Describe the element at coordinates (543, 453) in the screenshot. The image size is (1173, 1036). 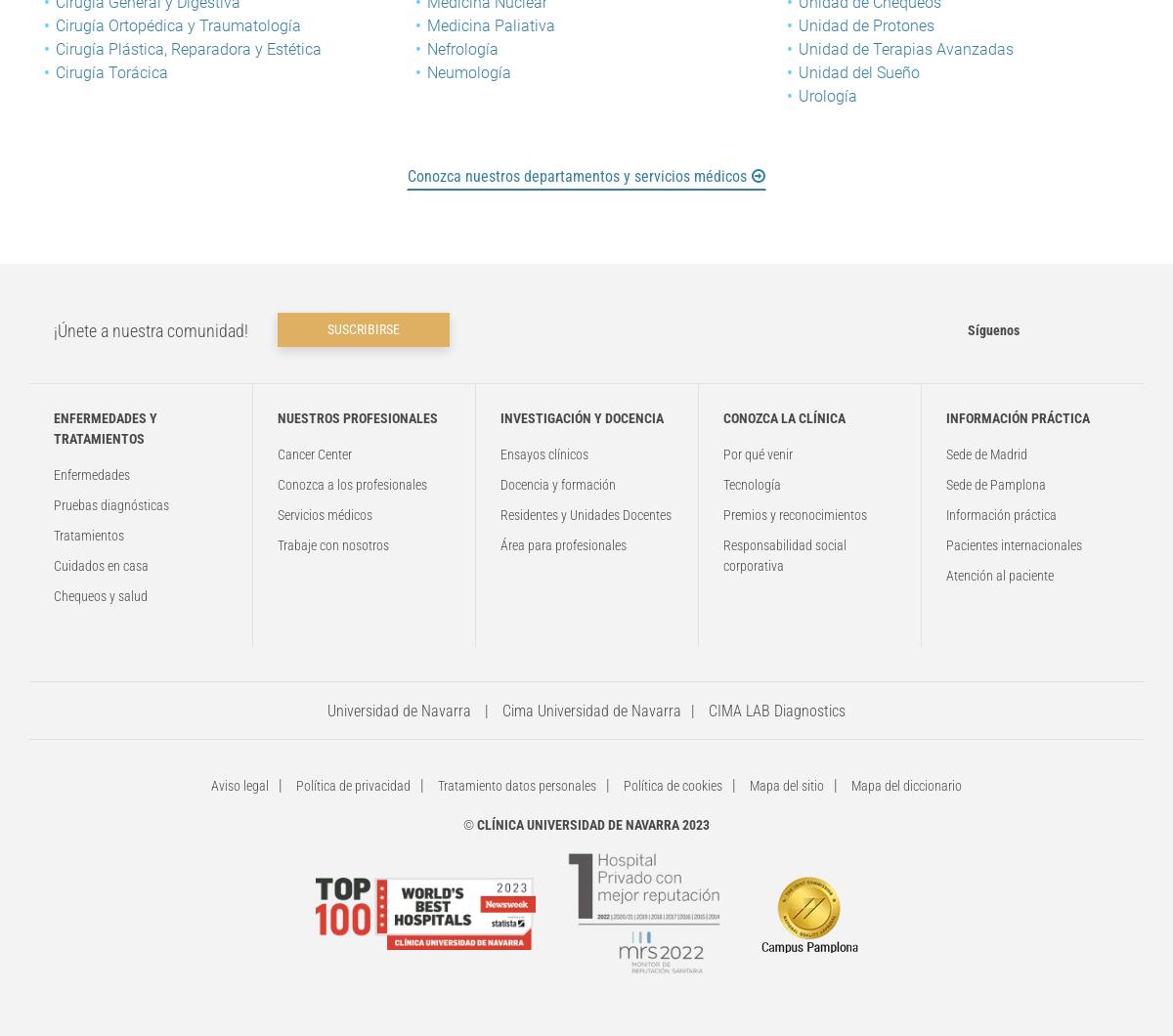
I see `'Ensayos clínicos'` at that location.